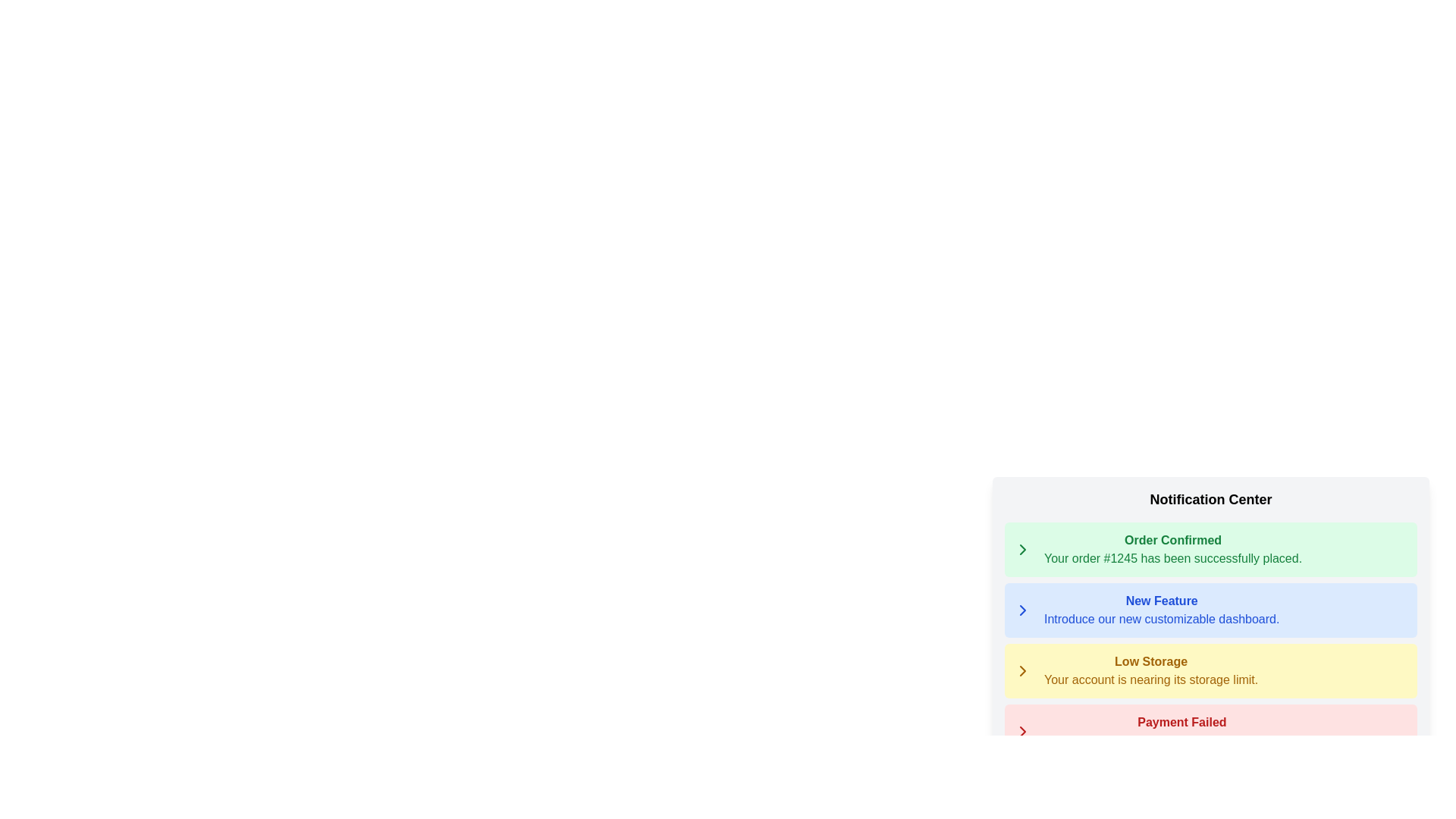  Describe the element at coordinates (1210, 670) in the screenshot. I see `informational text from the Notification Block that informs users about their account nearing its storage limit, located in the Notification Center below the 'New Feature' notification and above the 'Payment Failed' notification` at that location.